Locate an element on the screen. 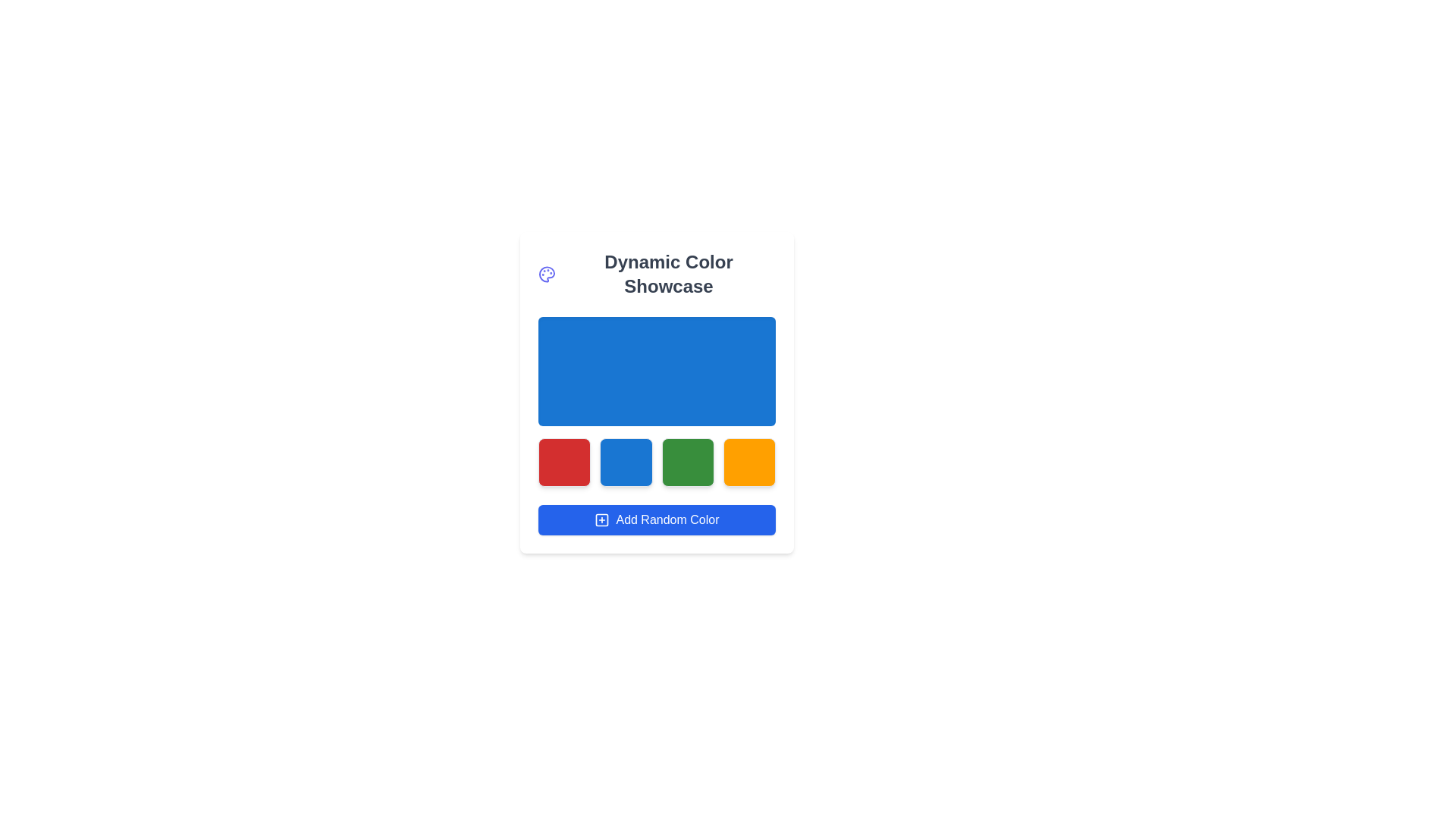 The height and width of the screenshot is (819, 1456). the blue rectangular button with rounded corners, located is located at coordinates (626, 461).